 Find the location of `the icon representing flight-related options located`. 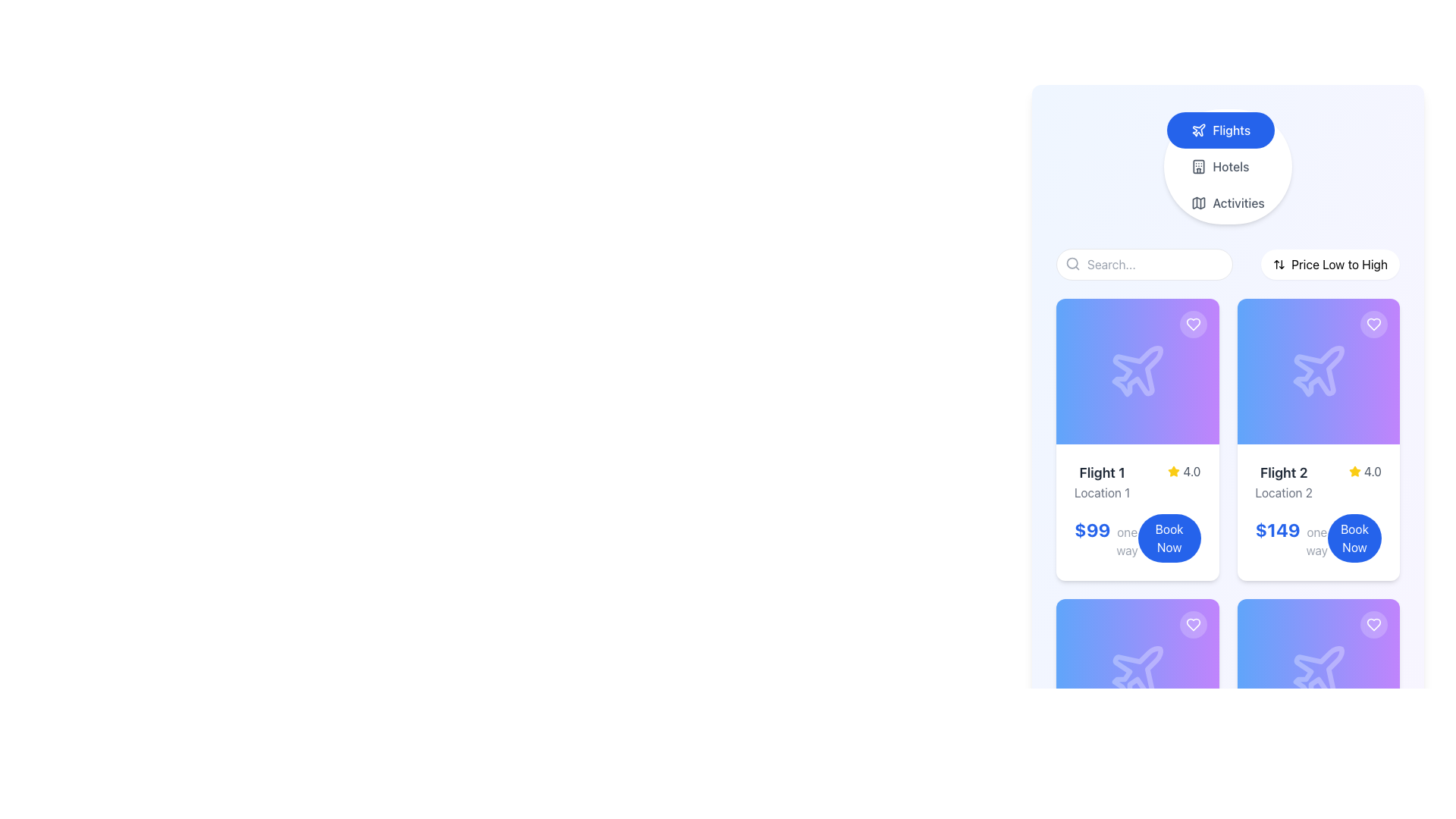

the icon representing flight-related options located is located at coordinates (1137, 670).